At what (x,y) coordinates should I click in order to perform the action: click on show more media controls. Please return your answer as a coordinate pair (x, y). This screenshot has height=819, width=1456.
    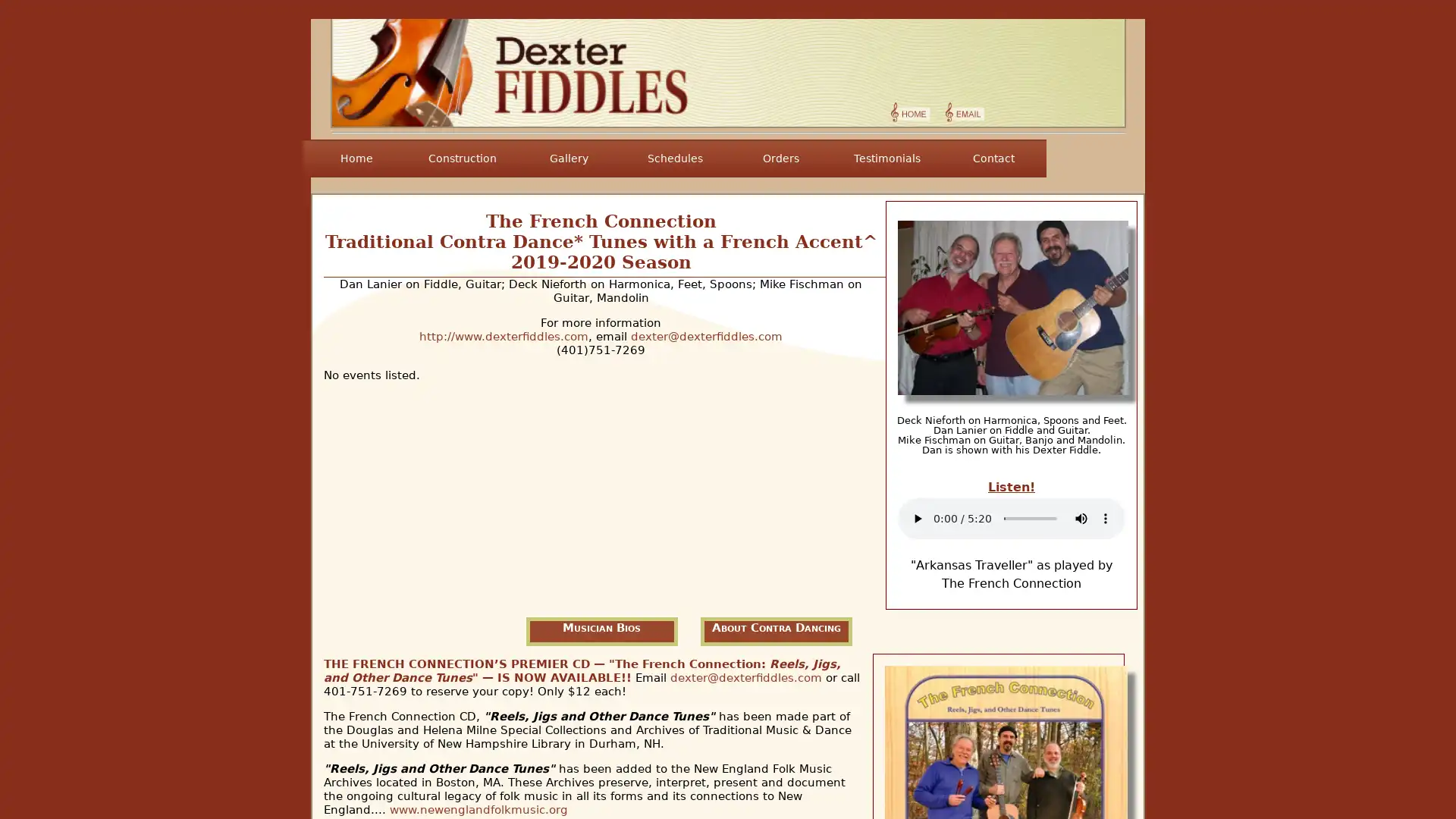
    Looking at the image, I should click on (1106, 516).